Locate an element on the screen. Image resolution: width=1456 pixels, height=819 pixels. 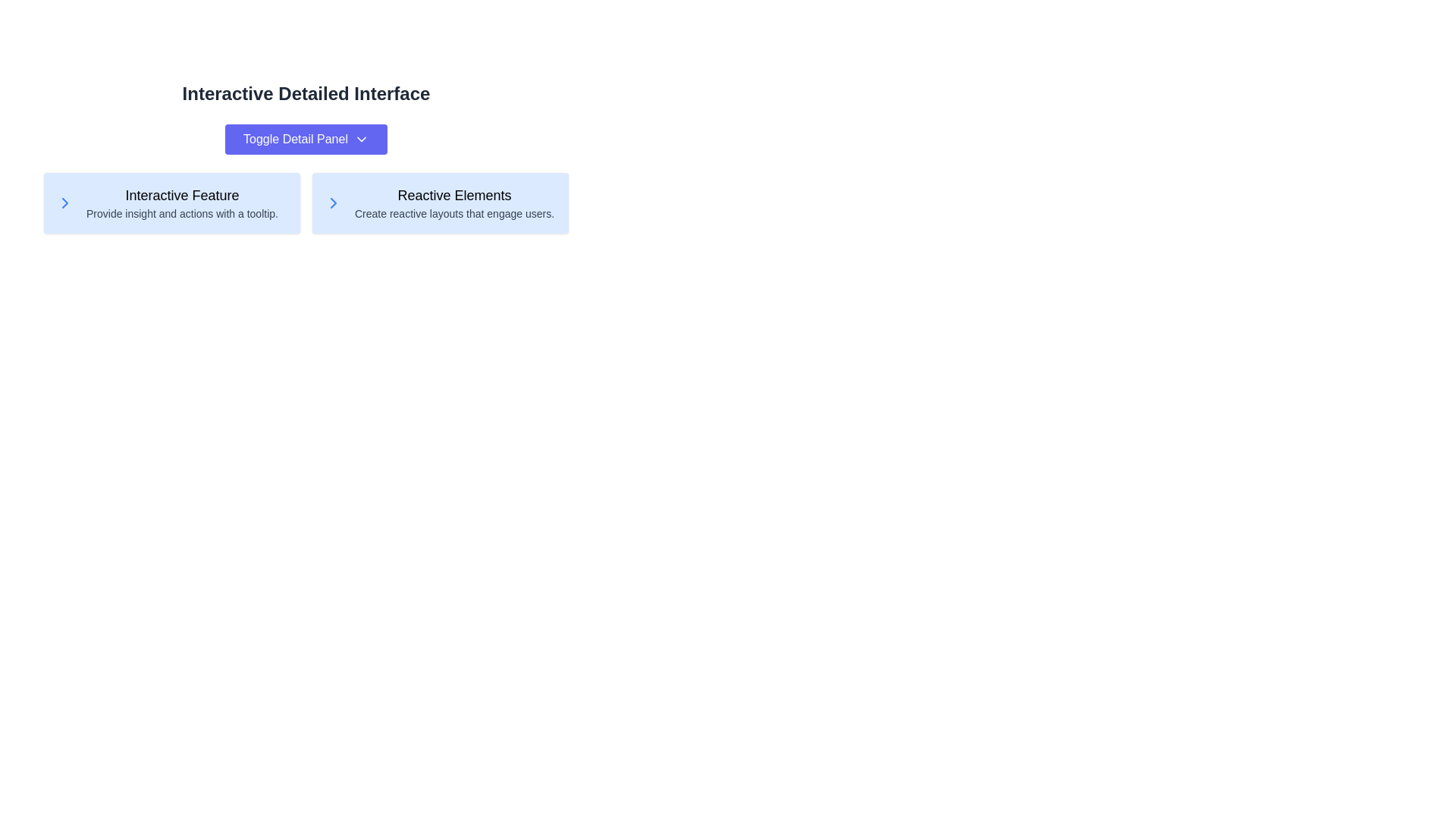
the right-facing chevron icon with a blue color located within the 'Reactive Elements' section, positioned near the center vertically and aligned to the left horizontally is located at coordinates (333, 202).